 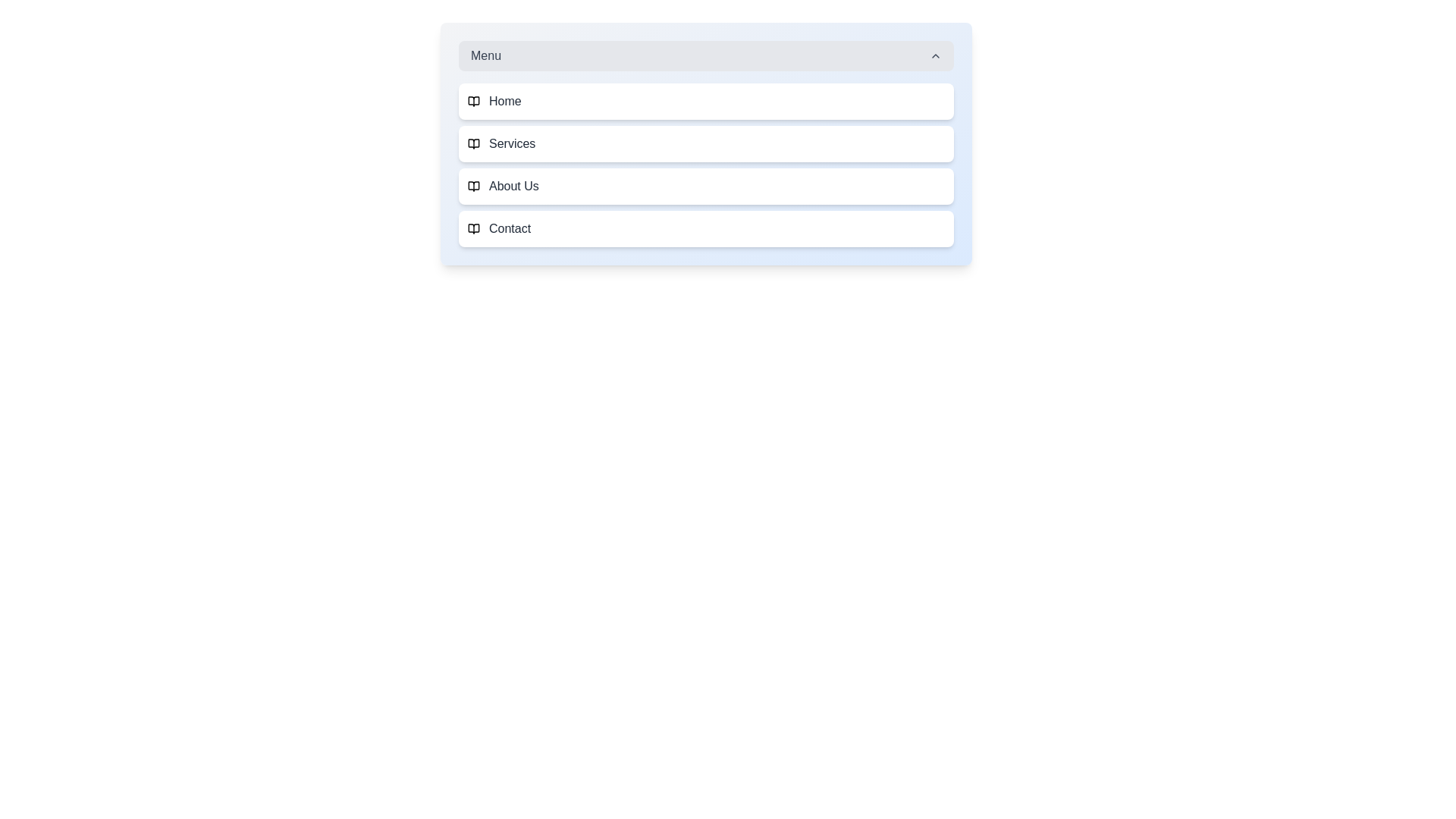 I want to click on the 'Contact' interactive list item, so click(x=705, y=228).